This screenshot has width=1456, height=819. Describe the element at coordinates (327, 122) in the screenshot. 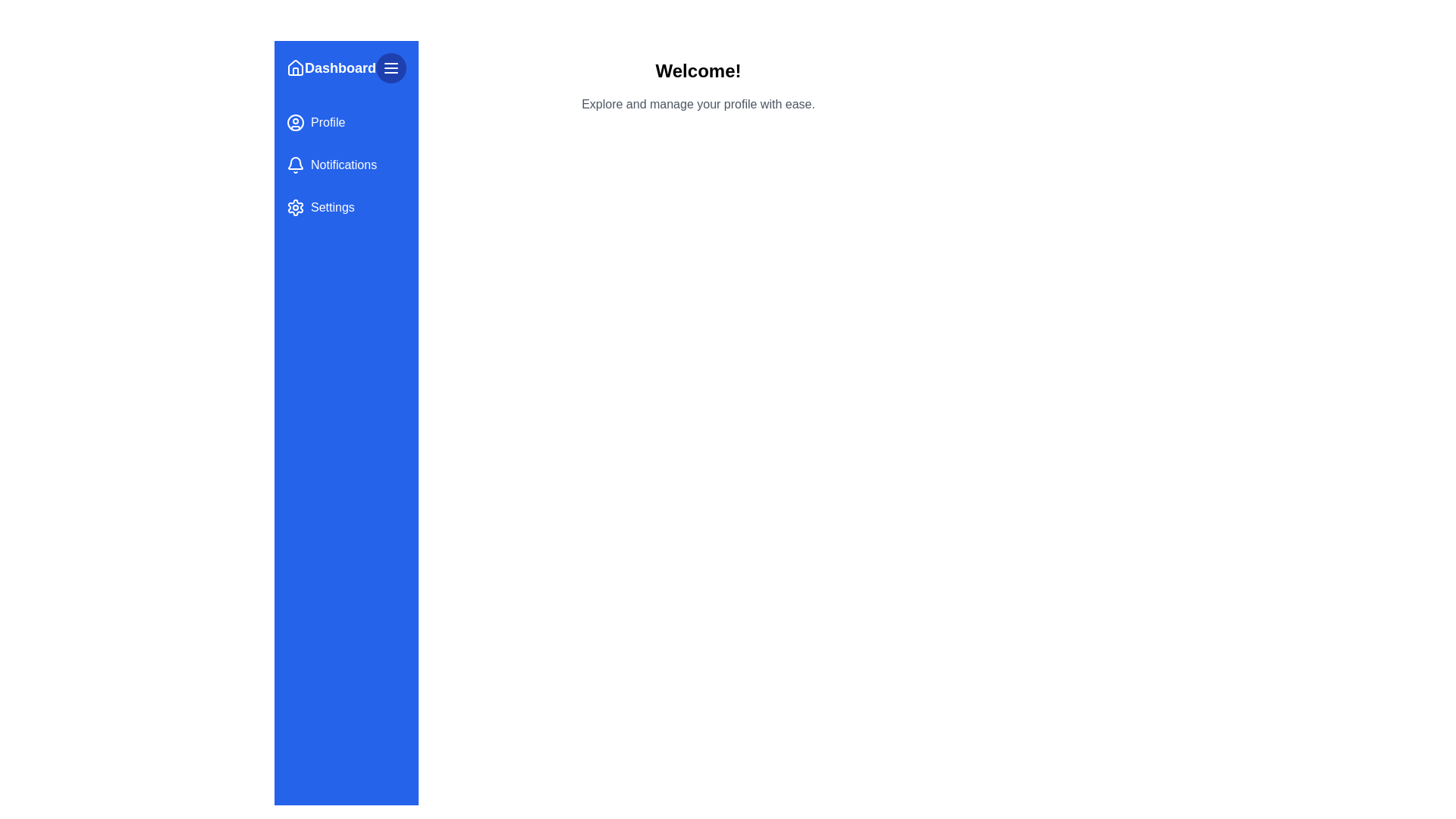

I see `the 'Profile' text label in the vertical navigation menu on the blue sidebar` at that location.